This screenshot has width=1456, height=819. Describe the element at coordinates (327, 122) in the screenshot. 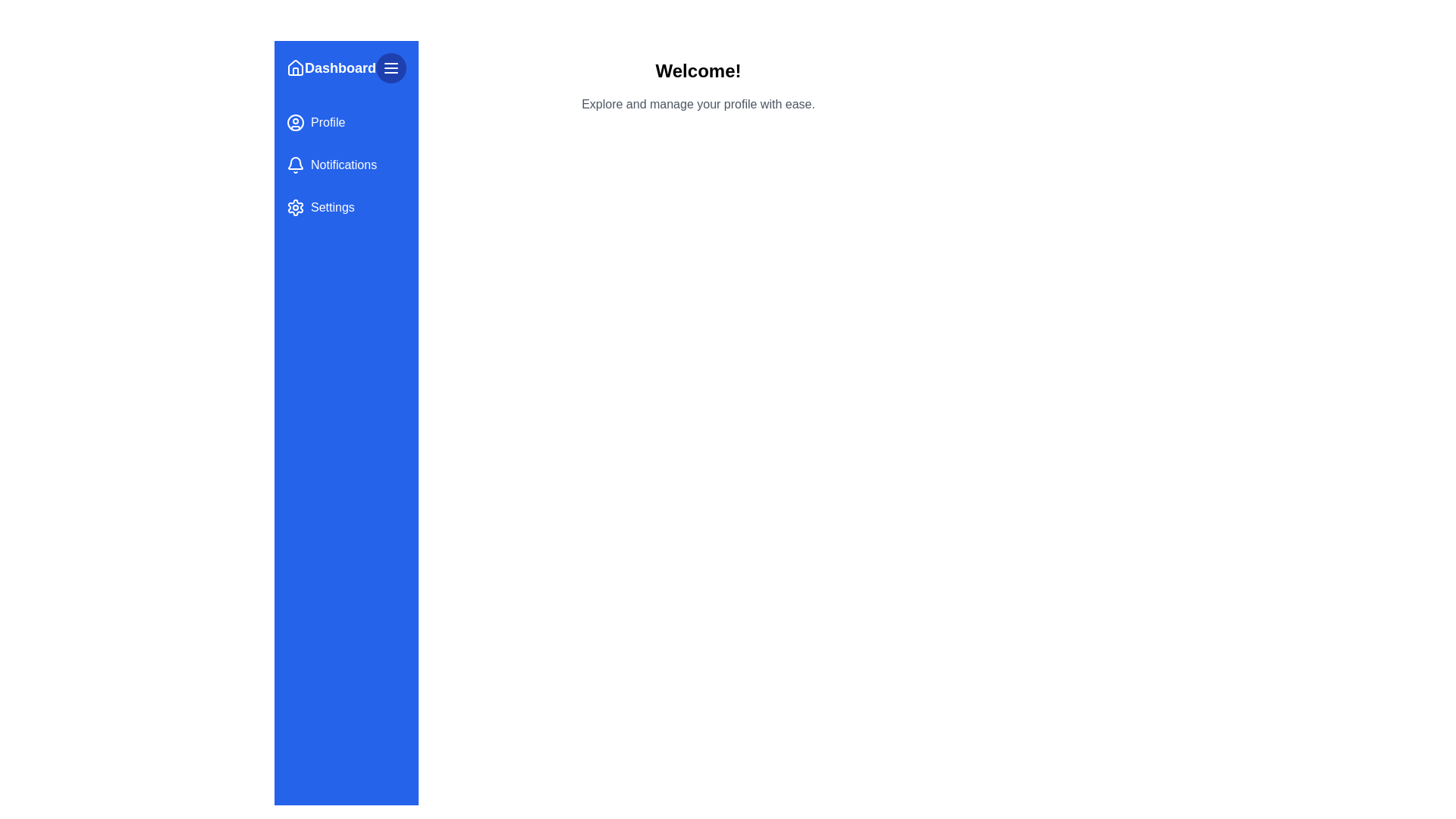

I see `the 'Profile' text label in the vertical navigation menu on the blue sidebar` at that location.